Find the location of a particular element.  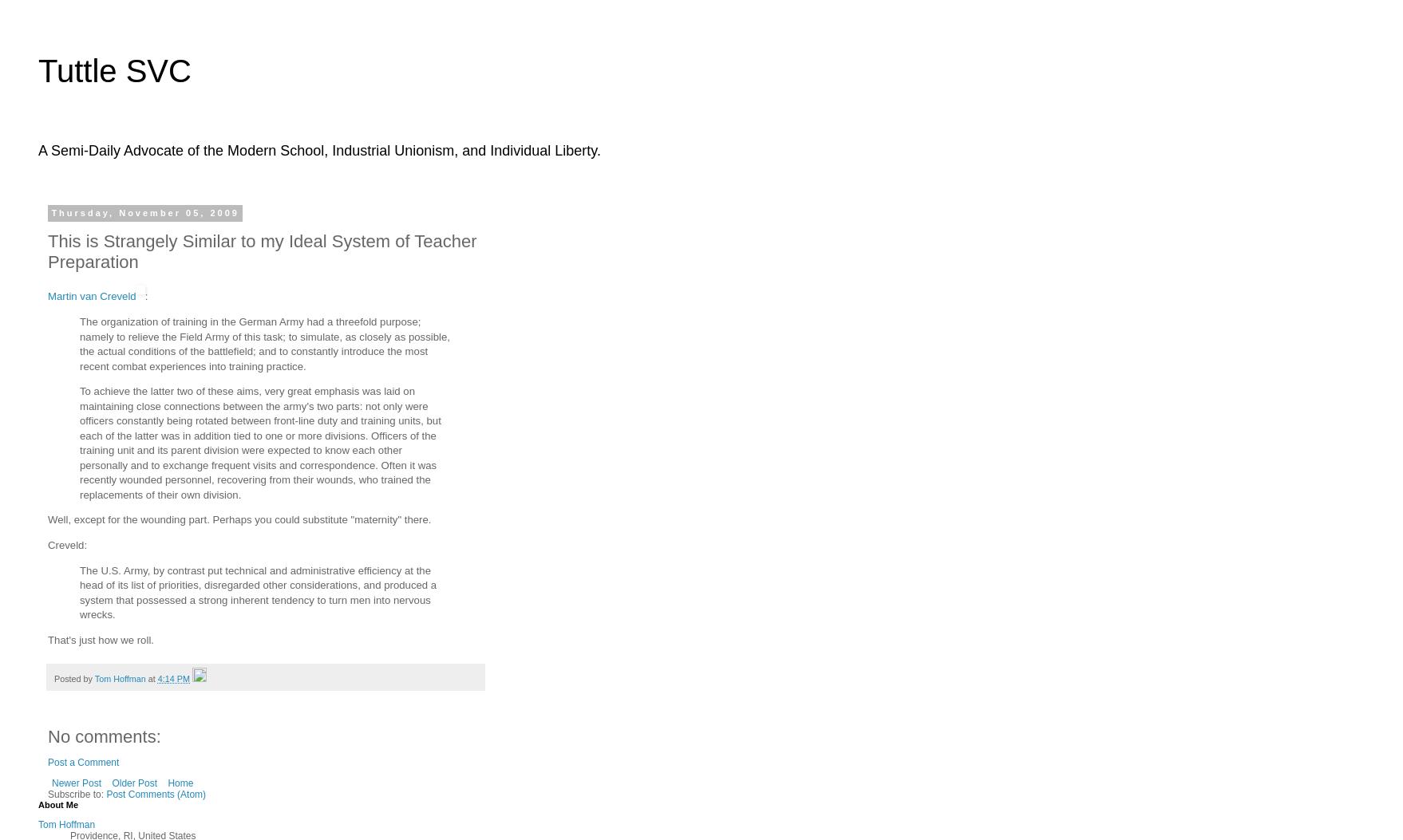

'That's just how we roll.' is located at coordinates (101, 639).